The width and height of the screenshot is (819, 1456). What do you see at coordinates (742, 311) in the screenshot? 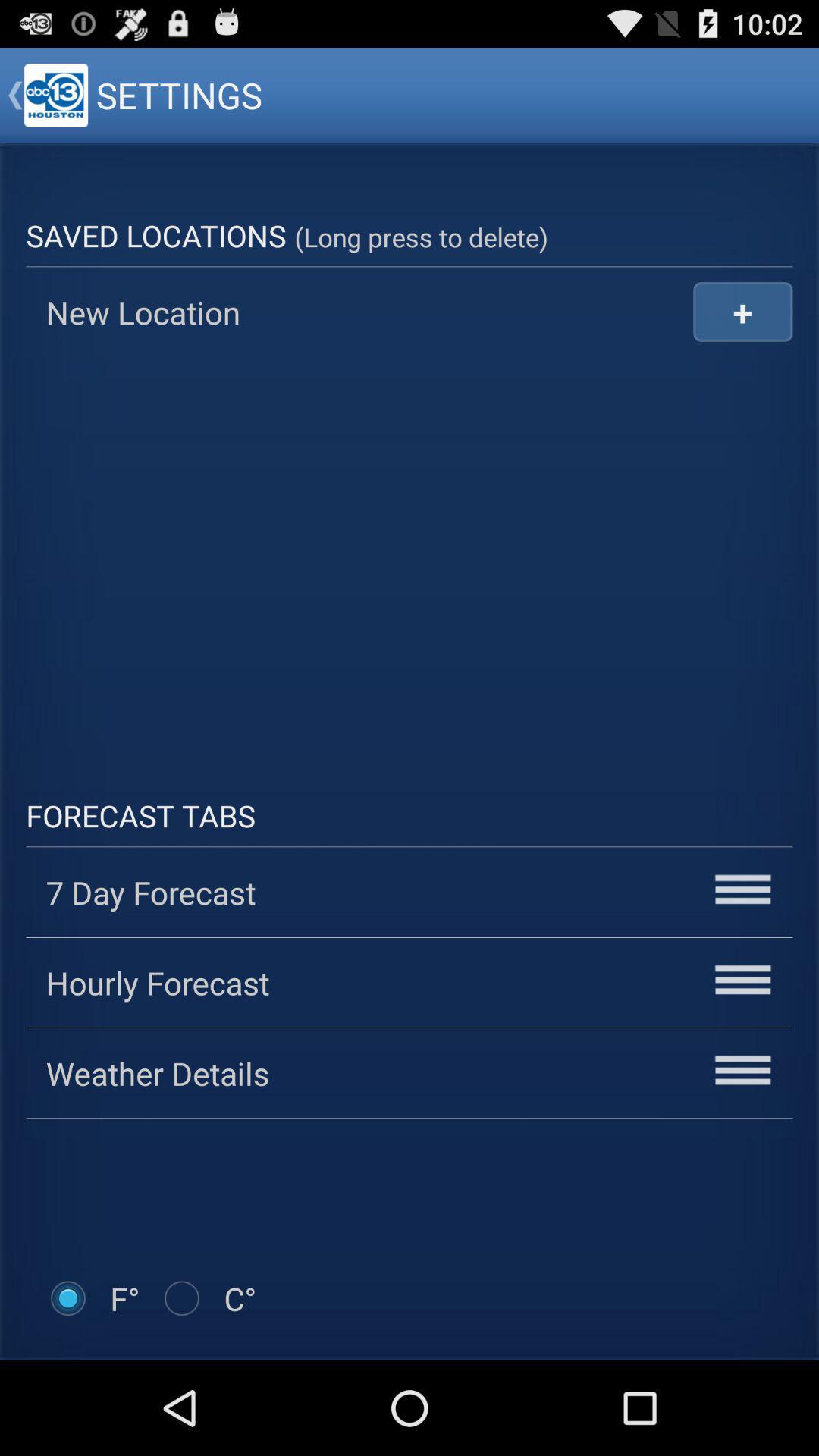
I see `+ icon` at bounding box center [742, 311].